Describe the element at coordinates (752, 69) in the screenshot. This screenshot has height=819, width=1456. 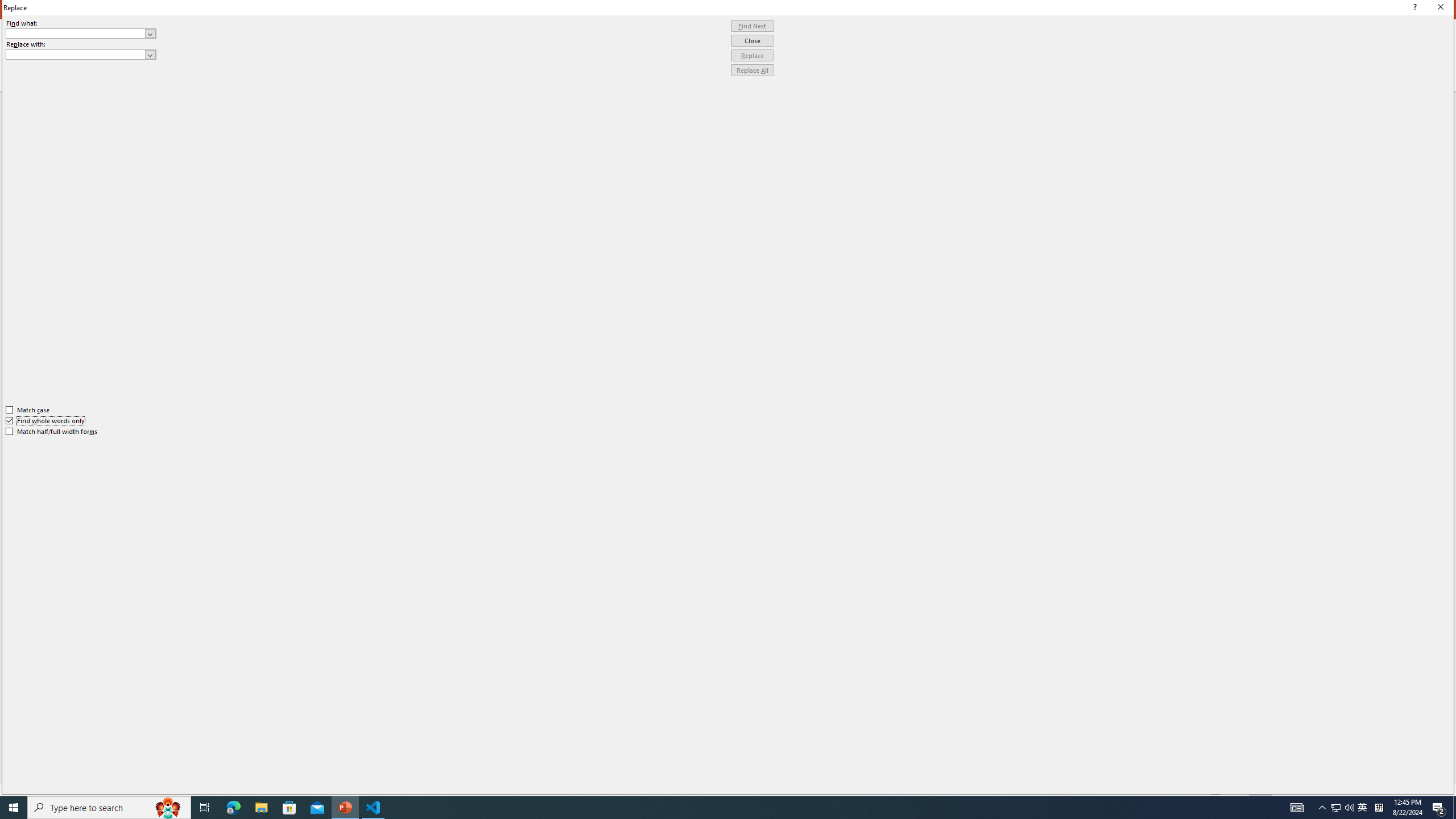
I see `'Replace All'` at that location.